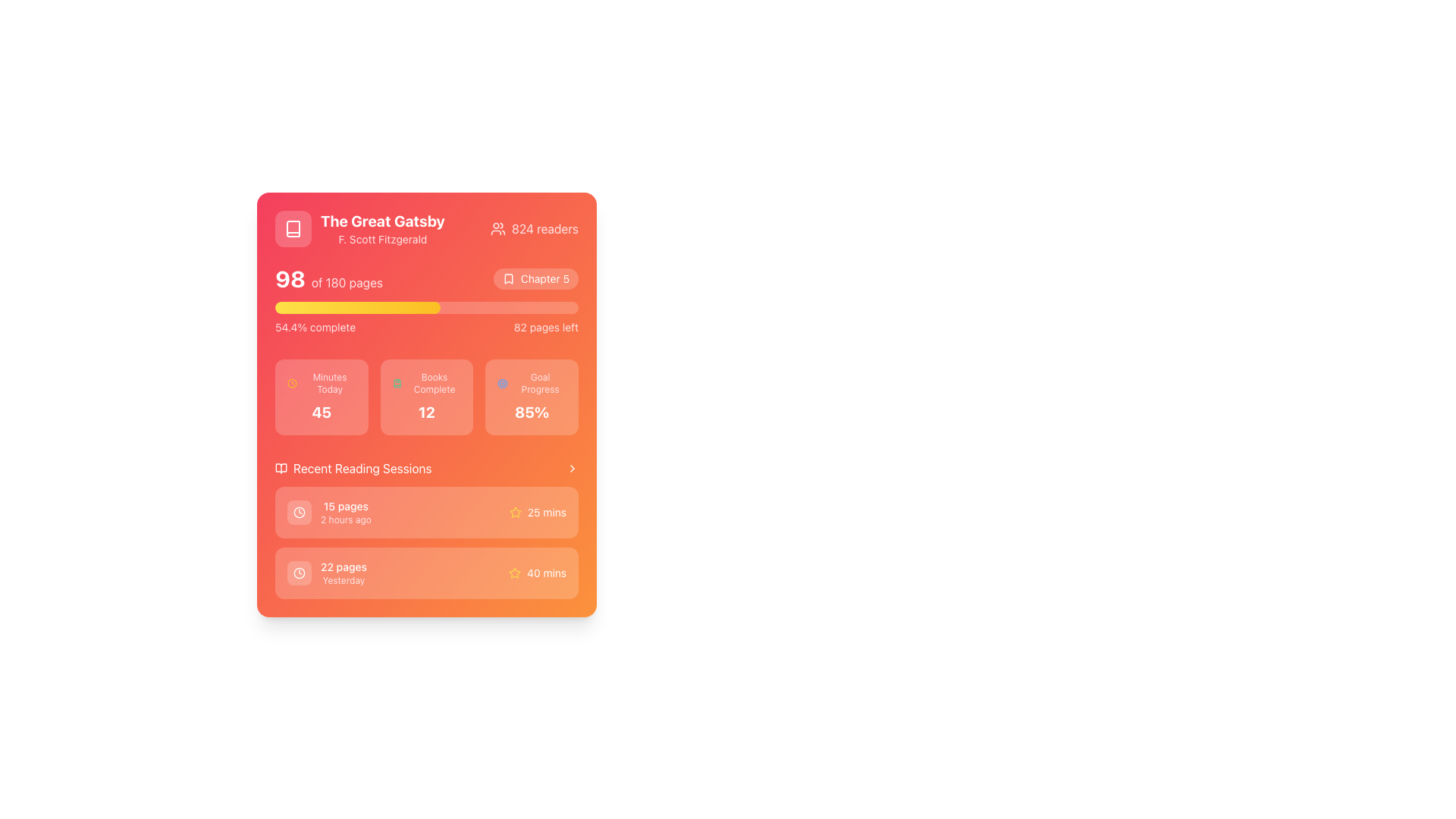 The height and width of the screenshot is (819, 1456). What do you see at coordinates (508, 278) in the screenshot?
I see `the small bookmark SVG icon located inside the 'Chapter 5' badge, positioned to the left of the label 'Chapter 5'` at bounding box center [508, 278].